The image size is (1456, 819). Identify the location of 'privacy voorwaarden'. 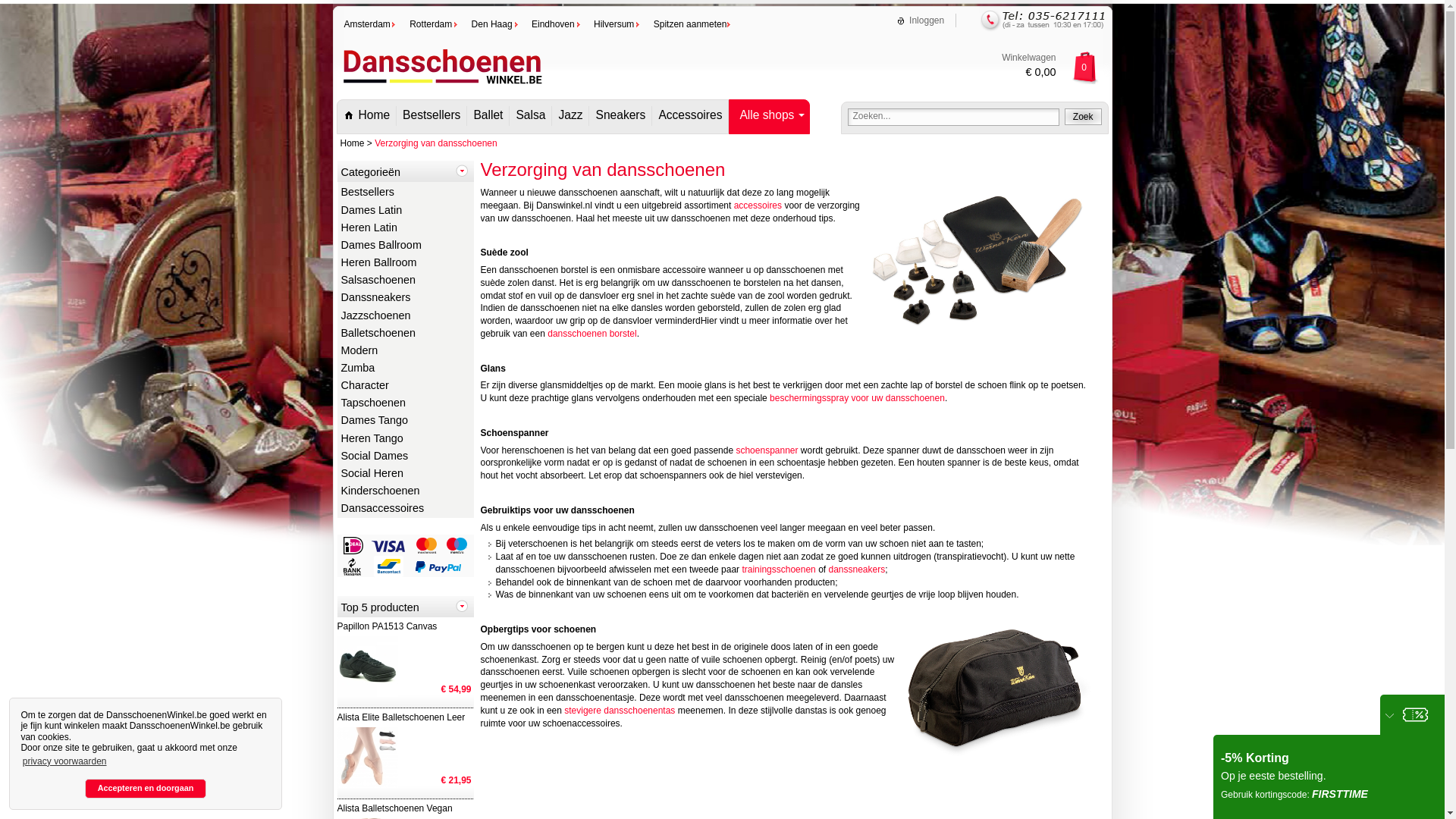
(64, 761).